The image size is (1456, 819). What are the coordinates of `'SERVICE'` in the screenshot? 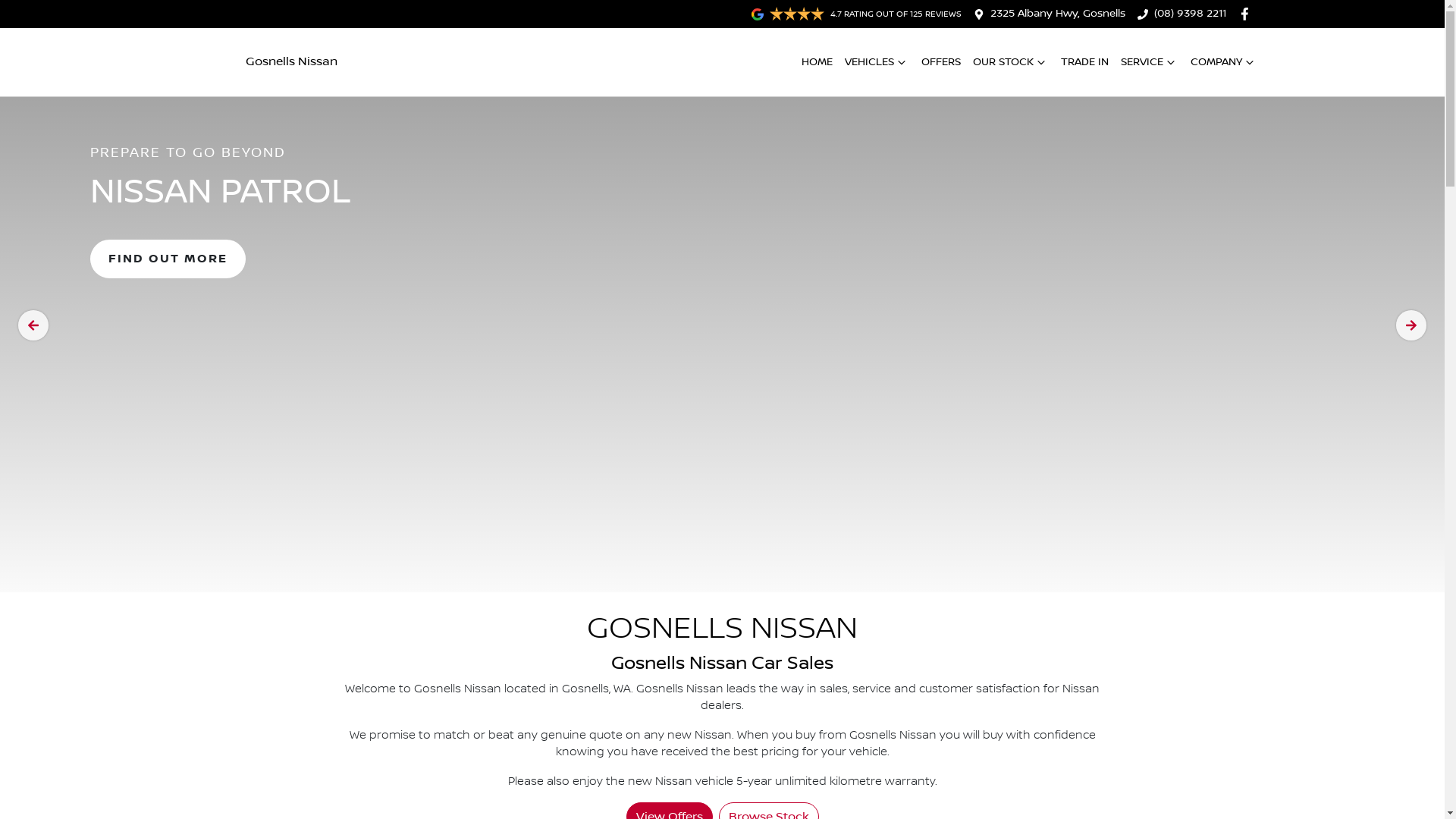 It's located at (1150, 61).